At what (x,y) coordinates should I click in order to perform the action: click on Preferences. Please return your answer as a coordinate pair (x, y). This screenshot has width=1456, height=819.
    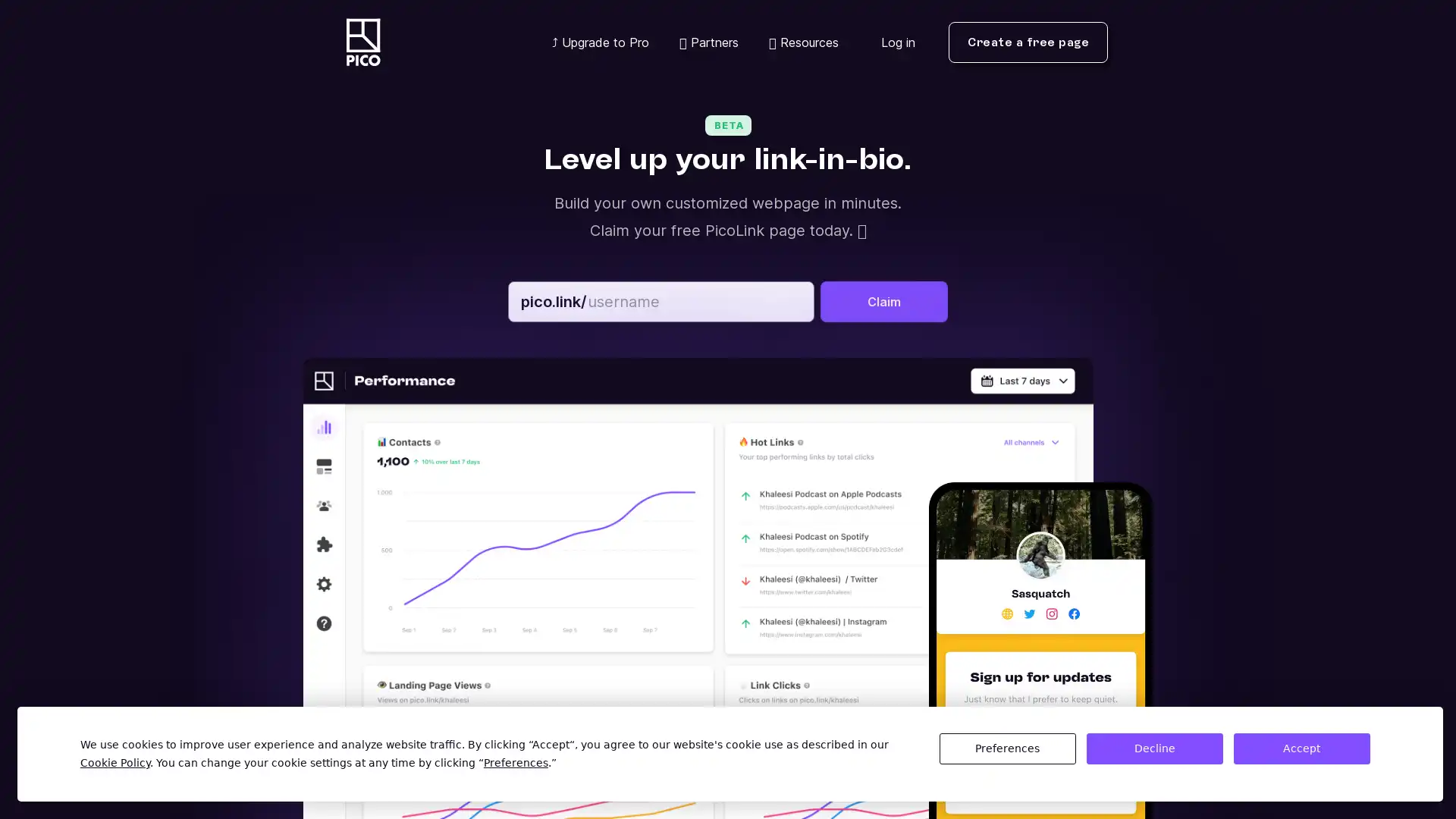
    Looking at the image, I should click on (1007, 748).